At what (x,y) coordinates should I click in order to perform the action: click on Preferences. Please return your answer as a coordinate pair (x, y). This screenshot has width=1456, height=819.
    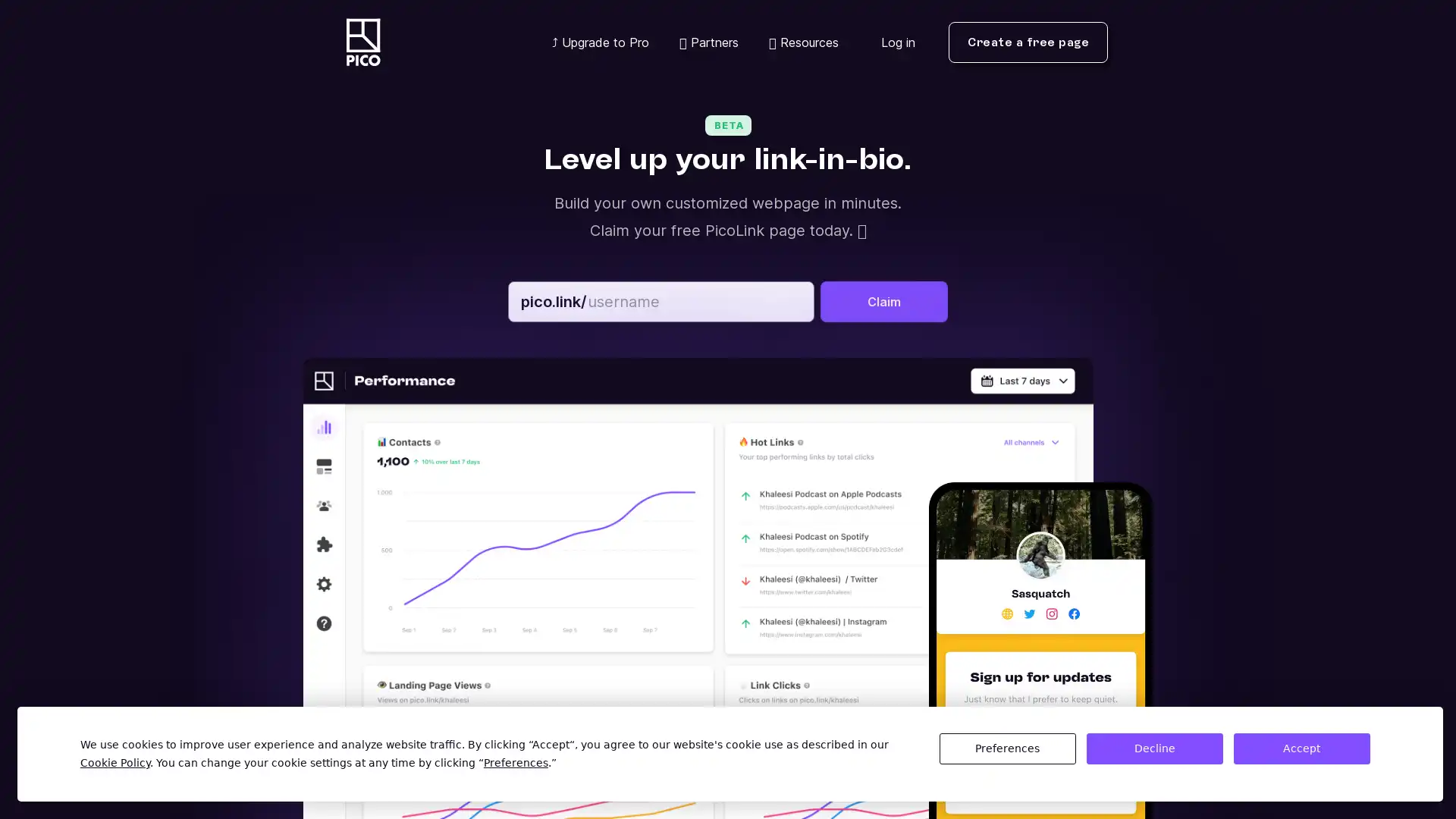
    Looking at the image, I should click on (1007, 748).